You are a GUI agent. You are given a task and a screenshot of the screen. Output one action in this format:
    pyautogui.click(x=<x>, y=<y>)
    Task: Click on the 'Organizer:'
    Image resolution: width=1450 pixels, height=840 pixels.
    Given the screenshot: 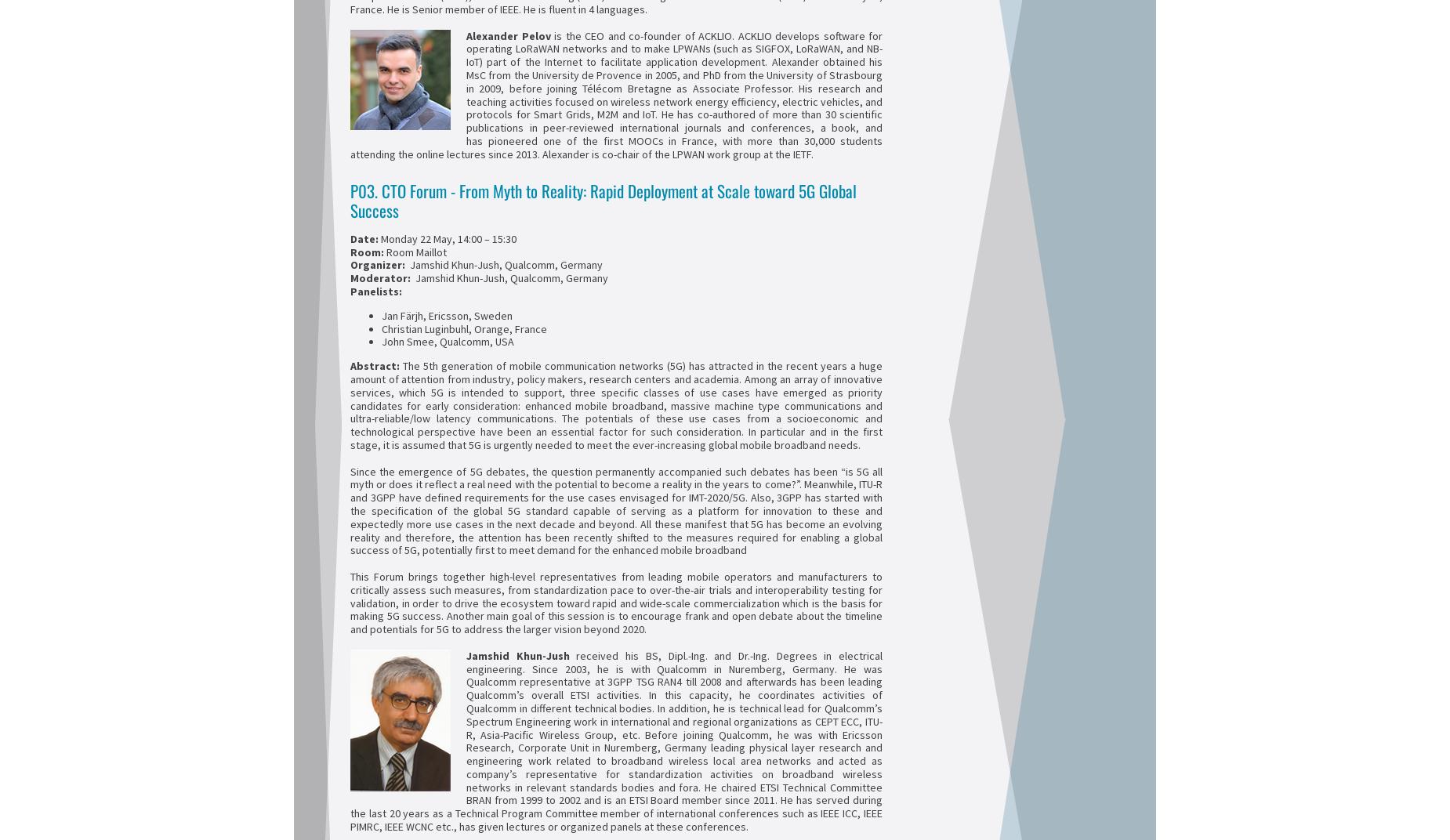 What is the action you would take?
    pyautogui.click(x=377, y=265)
    